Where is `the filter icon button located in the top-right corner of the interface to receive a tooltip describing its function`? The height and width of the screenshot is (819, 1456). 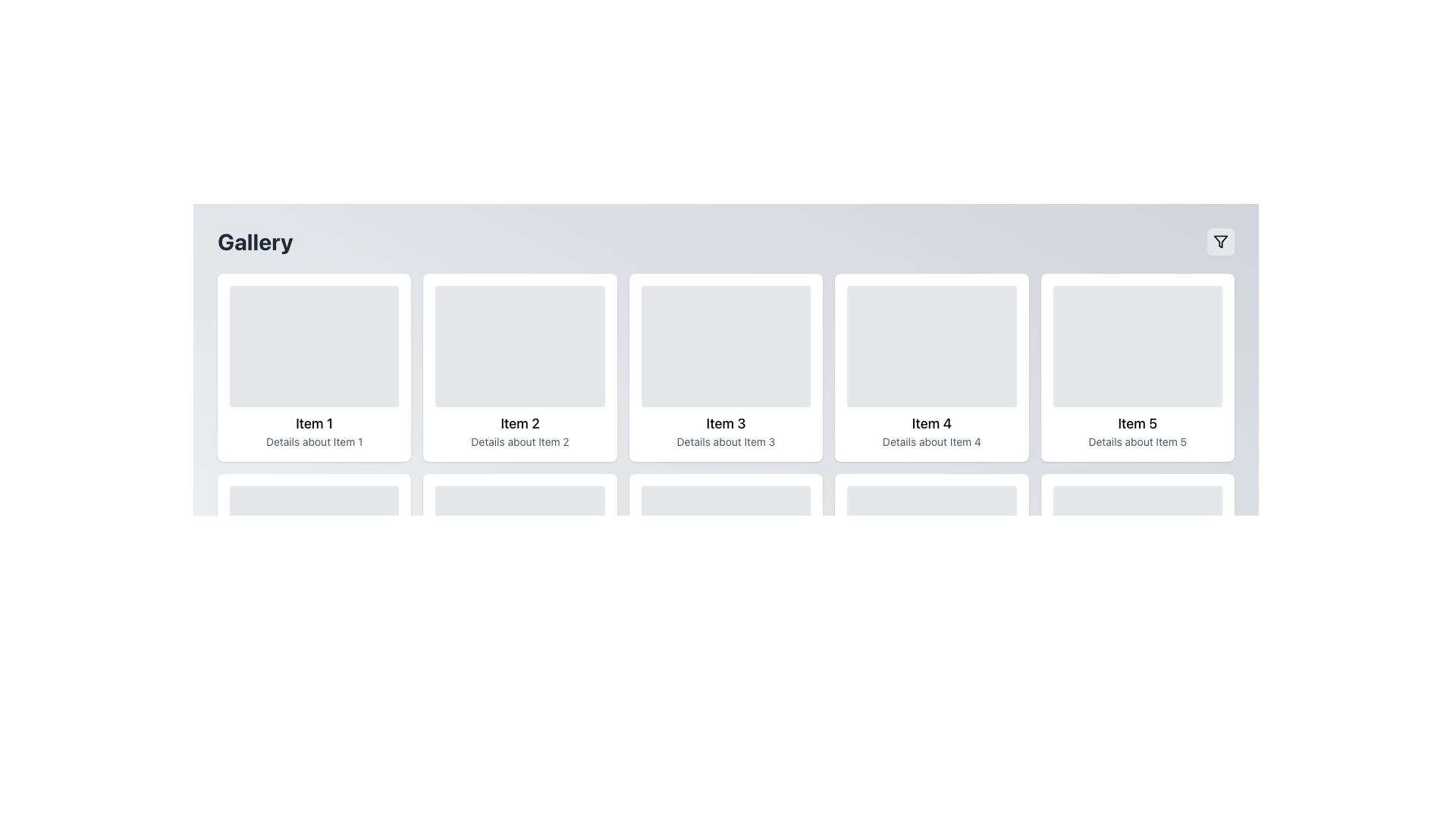
the filter icon button located in the top-right corner of the interface to receive a tooltip describing its function is located at coordinates (1220, 241).